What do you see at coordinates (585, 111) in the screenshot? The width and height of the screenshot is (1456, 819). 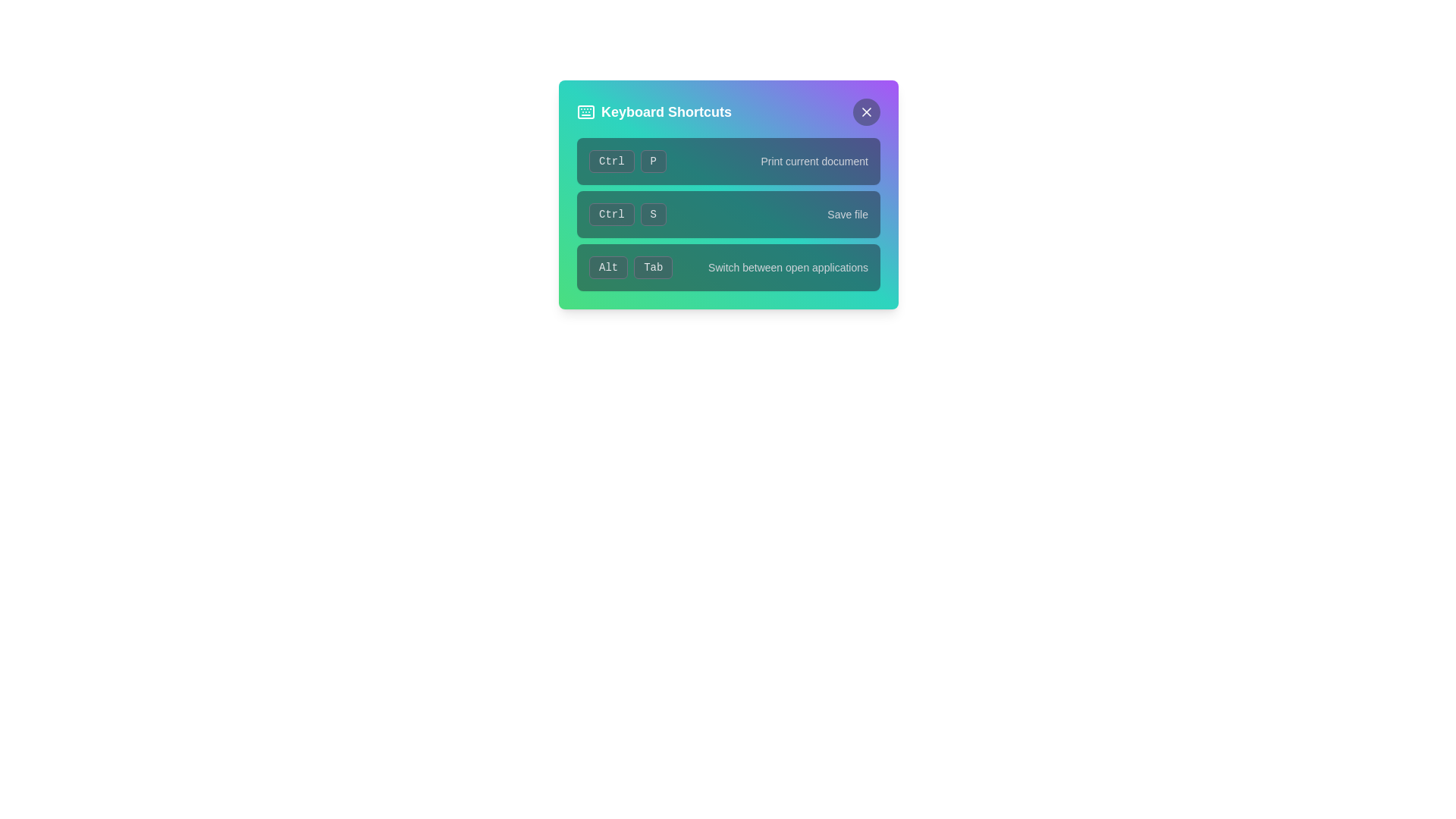 I see `the rectangular element with rounded corners representing a keyboard icon in the 'Keyboard Shortcuts' modal dialog` at bounding box center [585, 111].